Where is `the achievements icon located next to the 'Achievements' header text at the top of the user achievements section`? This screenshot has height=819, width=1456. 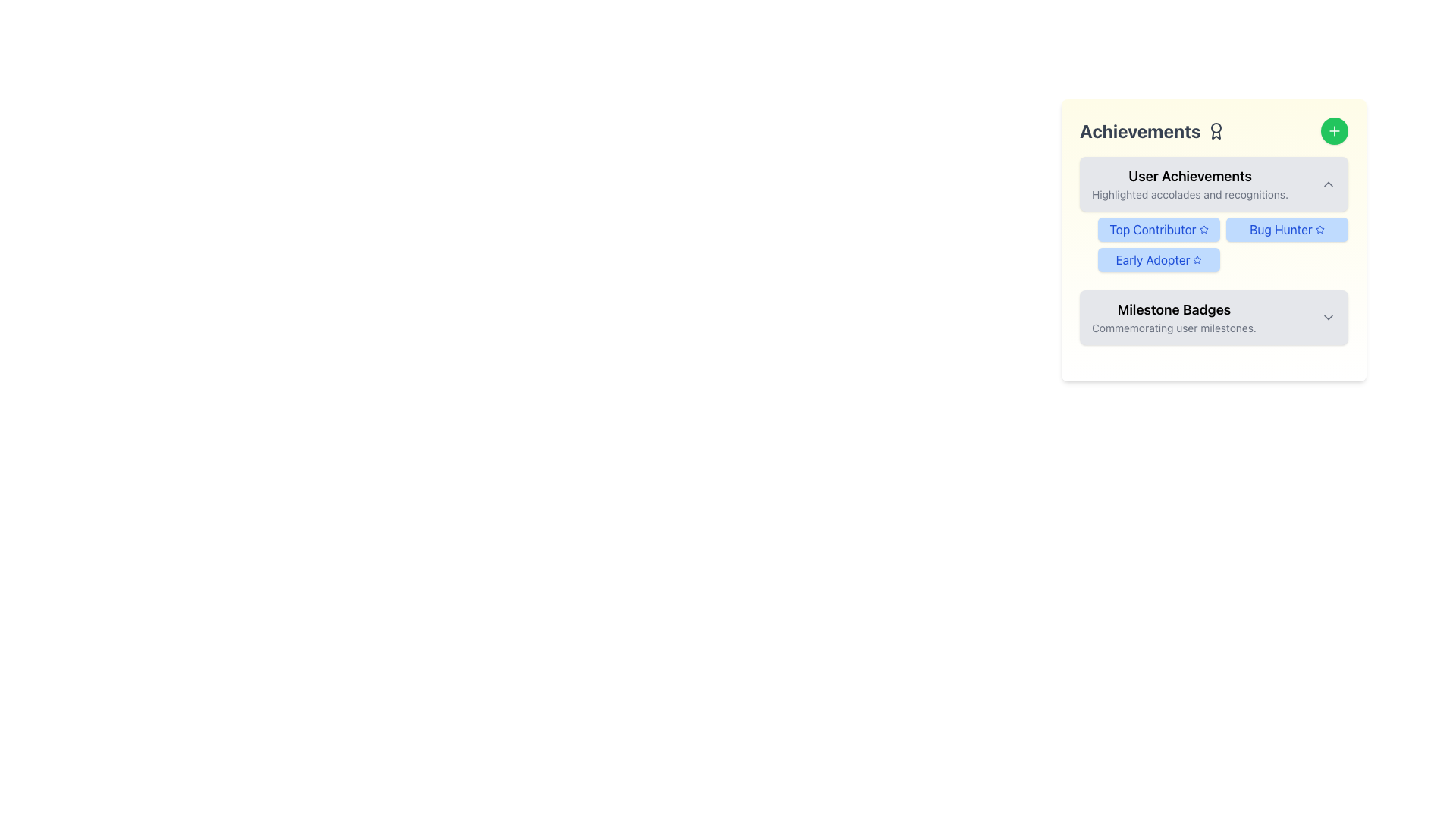 the achievements icon located next to the 'Achievements' header text at the top of the user achievements section is located at coordinates (1216, 130).